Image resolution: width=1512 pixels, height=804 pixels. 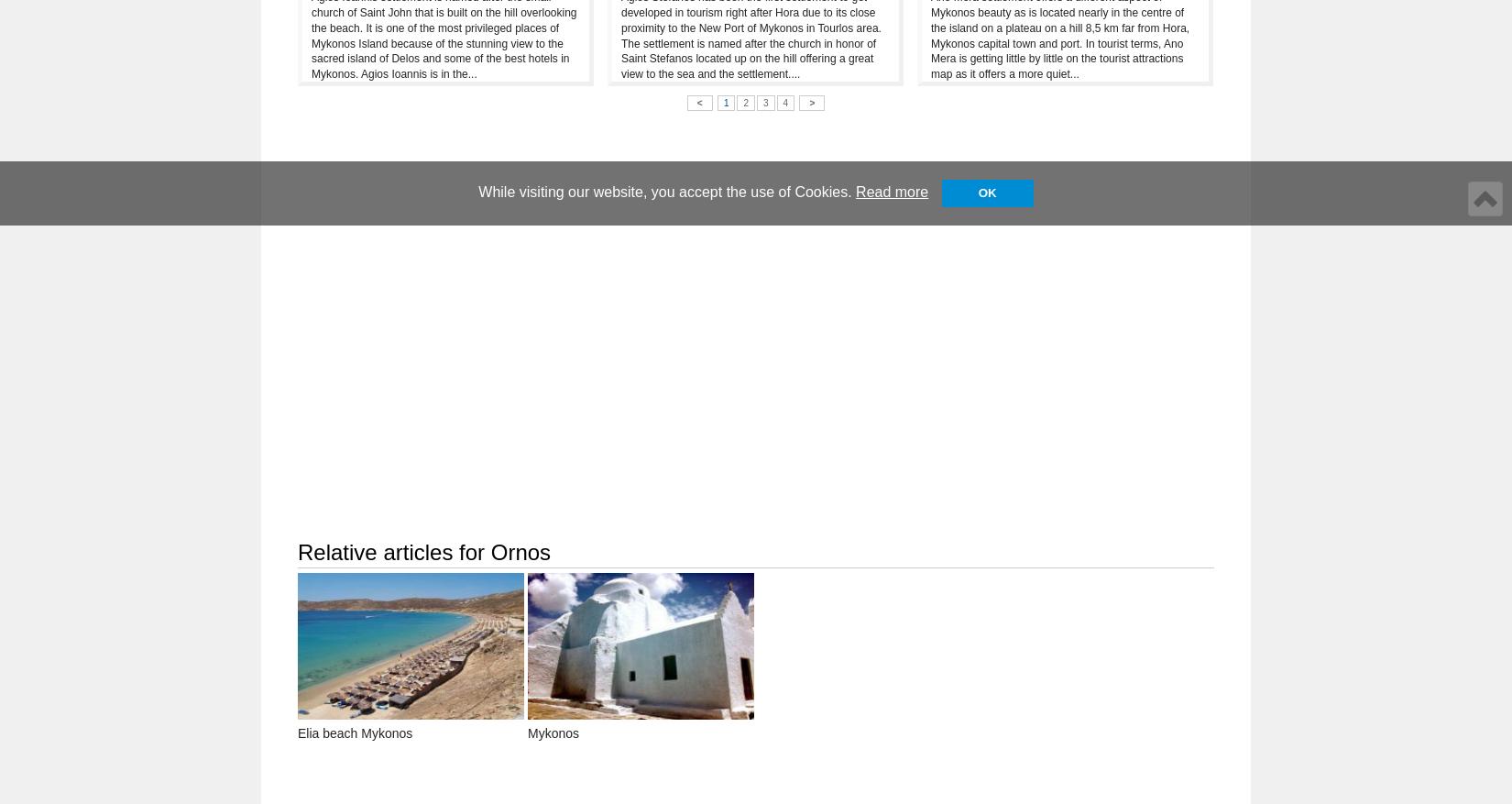 What do you see at coordinates (744, 102) in the screenshot?
I see `'2'` at bounding box center [744, 102].